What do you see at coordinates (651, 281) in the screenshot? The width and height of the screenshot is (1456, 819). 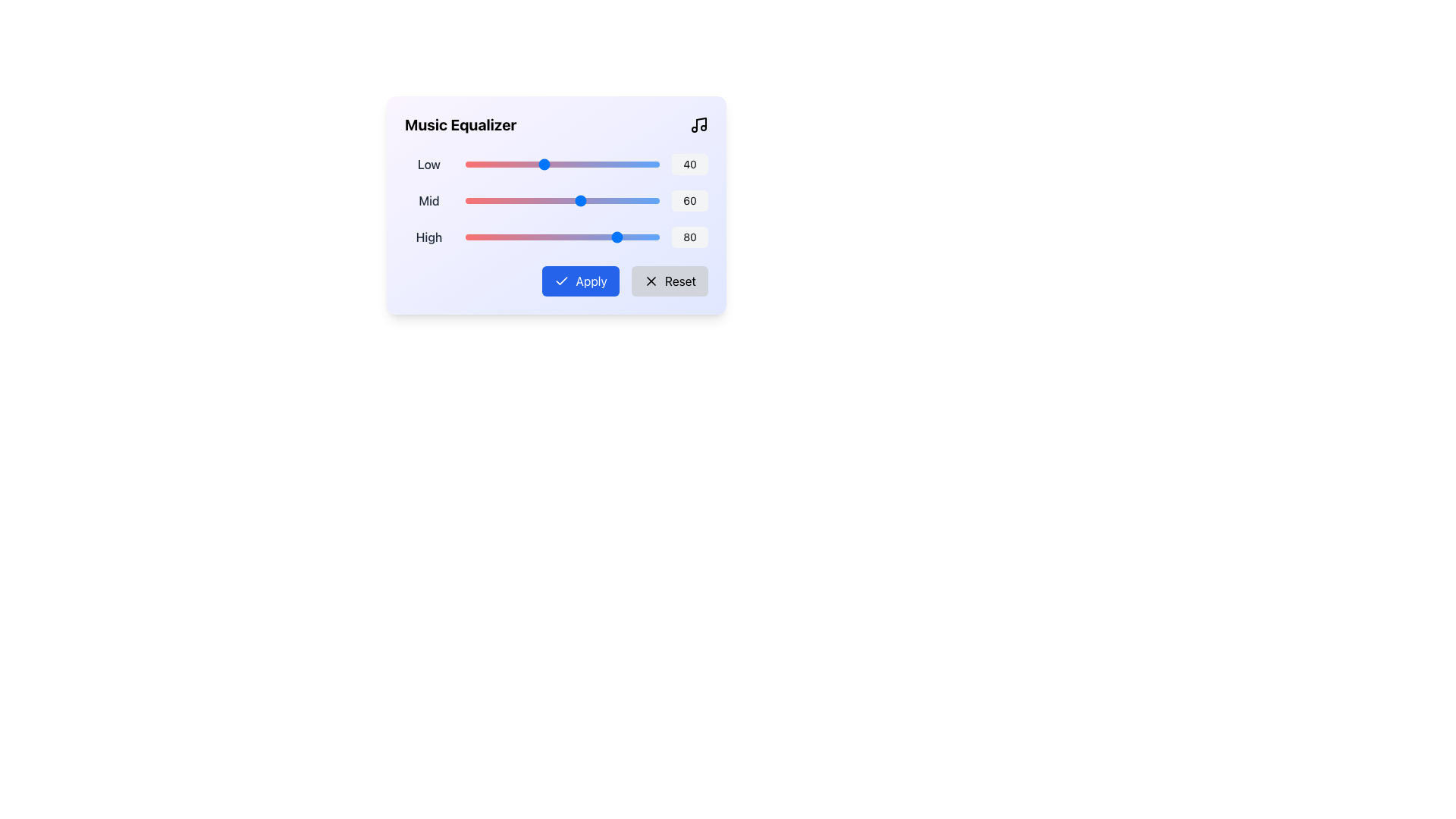 I see `the cancel or close action icon represented by an 'X' shape located in the top-right corner of the card within an SVG graphic` at bounding box center [651, 281].